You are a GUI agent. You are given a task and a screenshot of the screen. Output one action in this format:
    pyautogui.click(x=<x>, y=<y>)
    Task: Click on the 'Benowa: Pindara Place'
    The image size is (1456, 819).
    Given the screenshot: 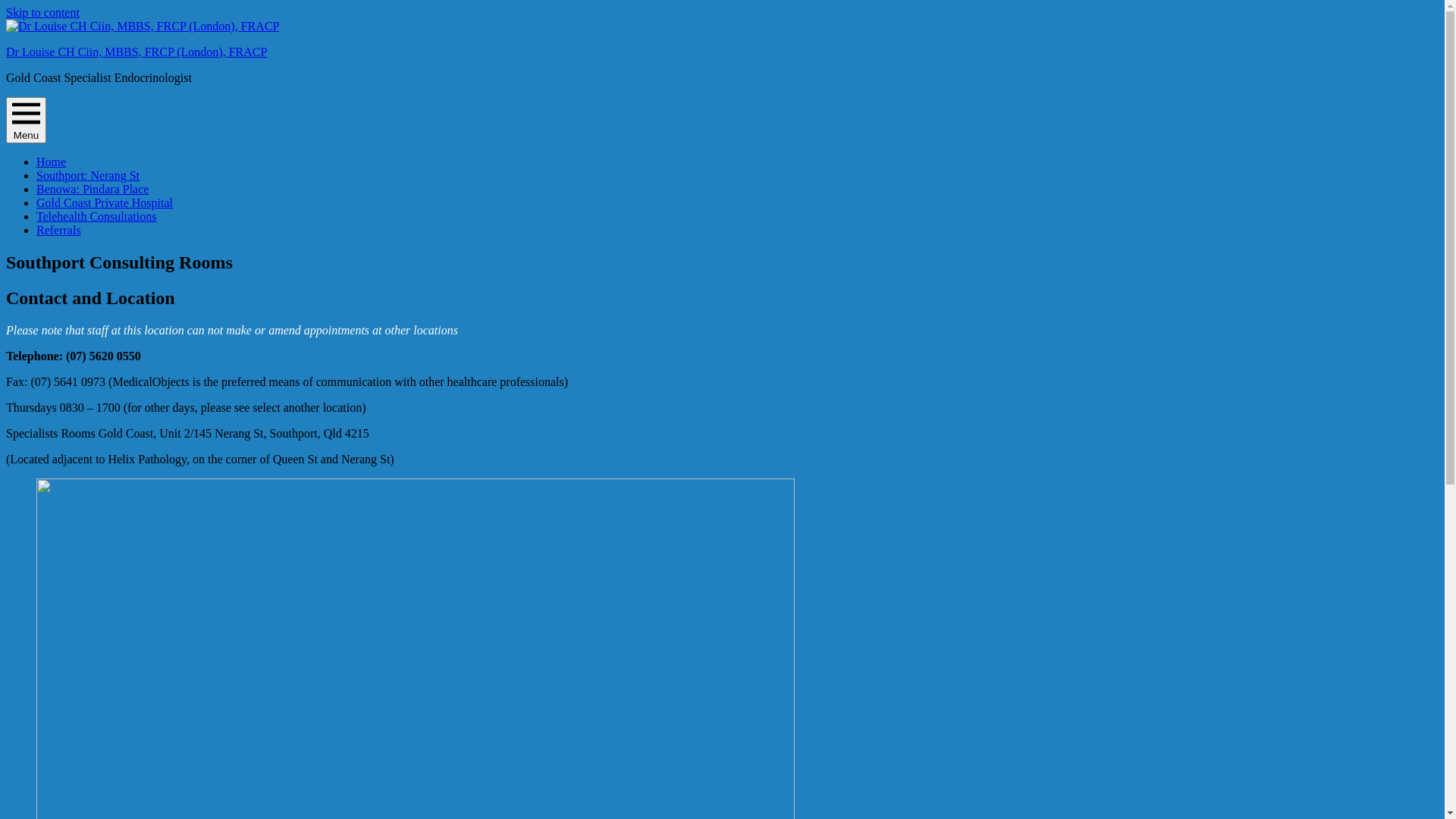 What is the action you would take?
    pyautogui.click(x=91, y=188)
    